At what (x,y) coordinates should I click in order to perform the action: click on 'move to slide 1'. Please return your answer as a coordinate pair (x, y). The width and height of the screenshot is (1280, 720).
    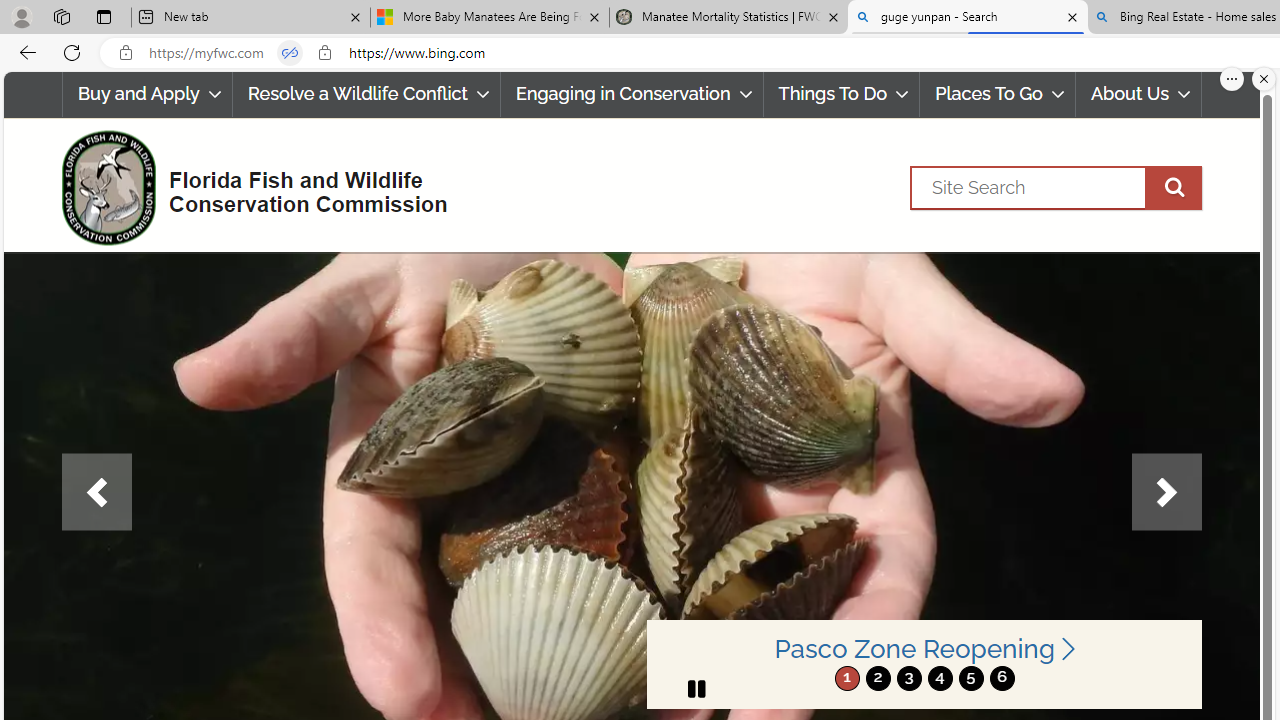
    Looking at the image, I should click on (847, 677).